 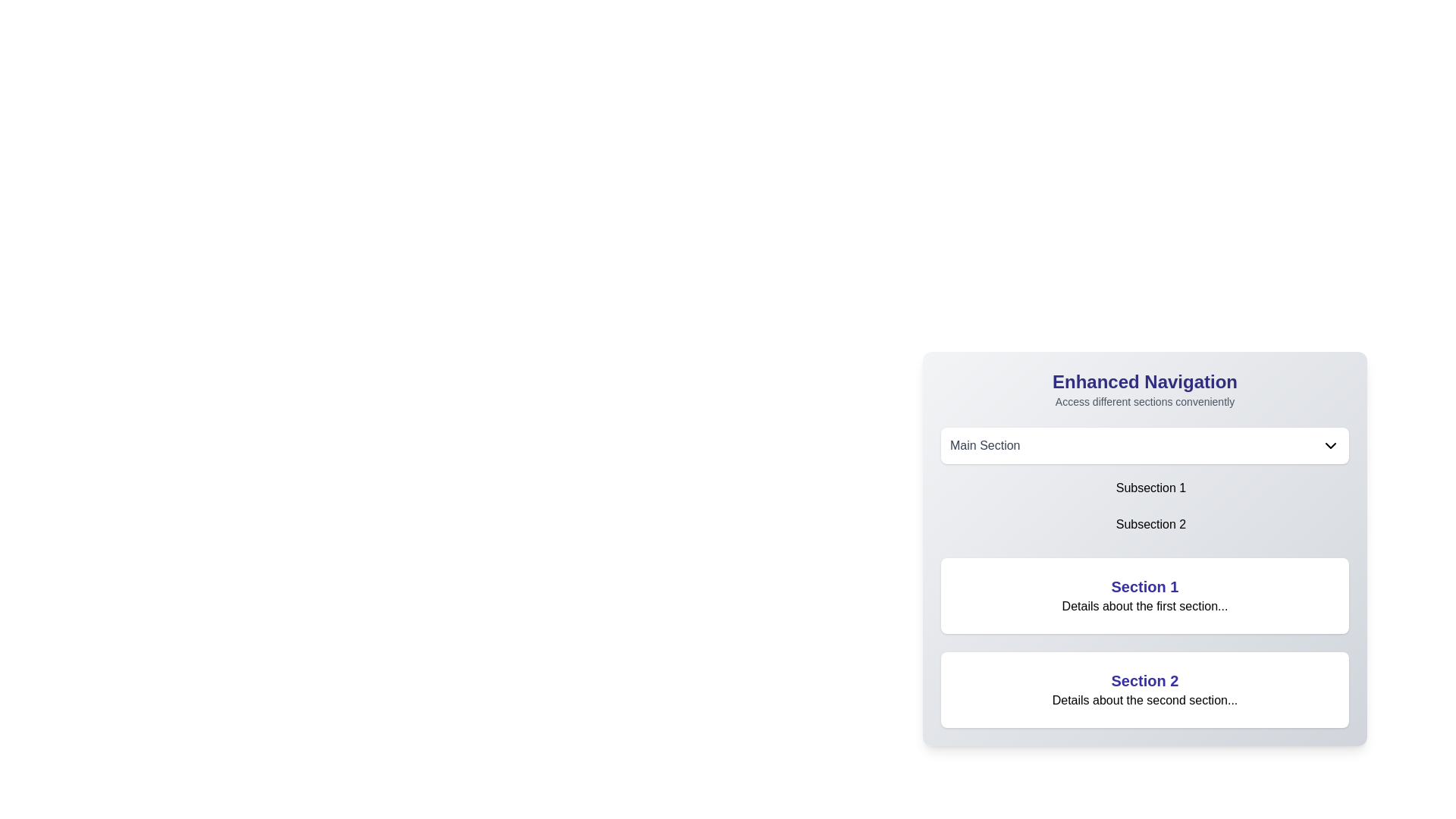 What do you see at coordinates (1150, 488) in the screenshot?
I see `the 'Subsection 1' hyperlink element to observe the hover effect on its background color` at bounding box center [1150, 488].